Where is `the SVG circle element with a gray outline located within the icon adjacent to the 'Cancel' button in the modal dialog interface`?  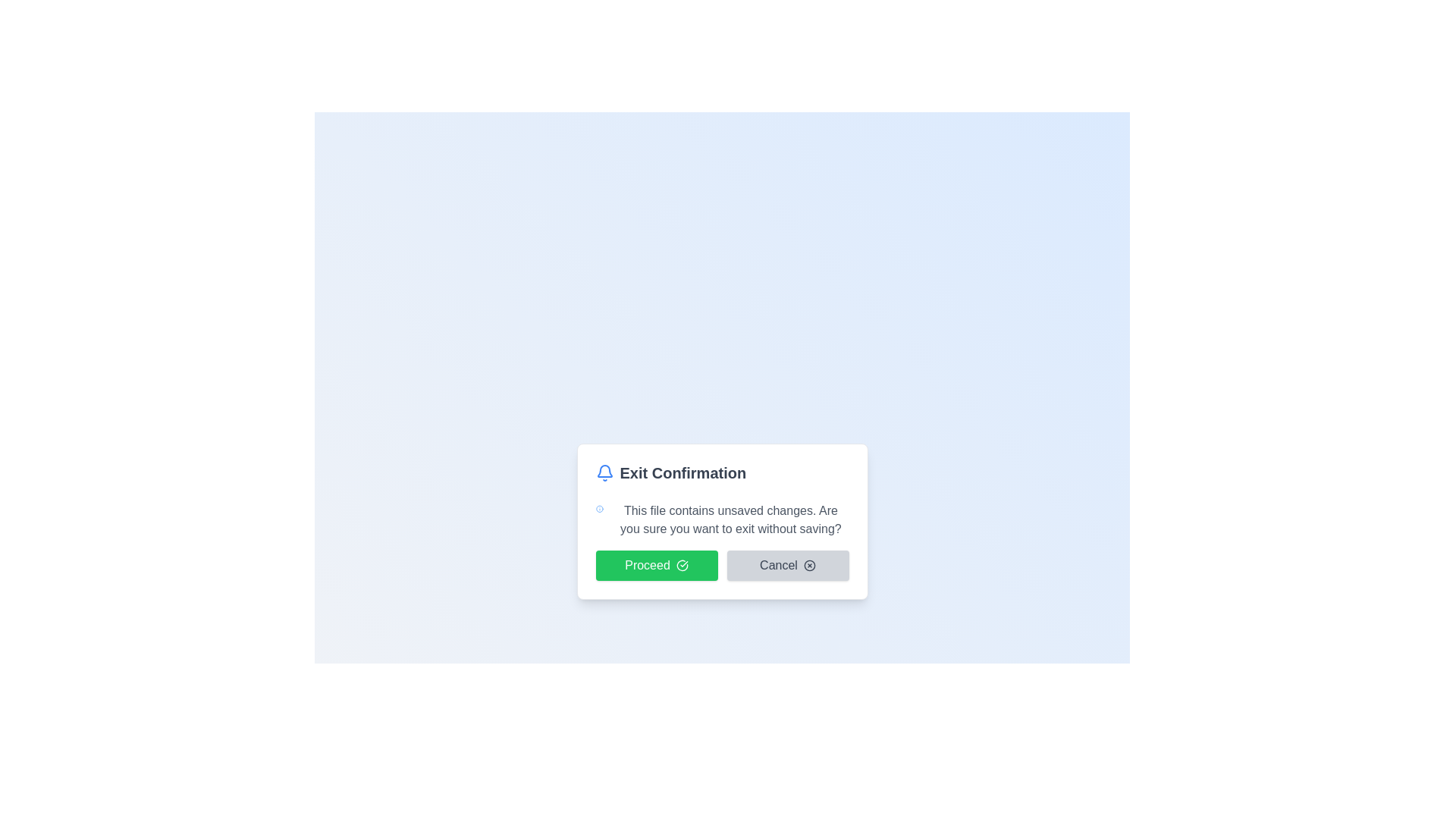
the SVG circle element with a gray outline located within the icon adjacent to the 'Cancel' button in the modal dialog interface is located at coordinates (808, 565).